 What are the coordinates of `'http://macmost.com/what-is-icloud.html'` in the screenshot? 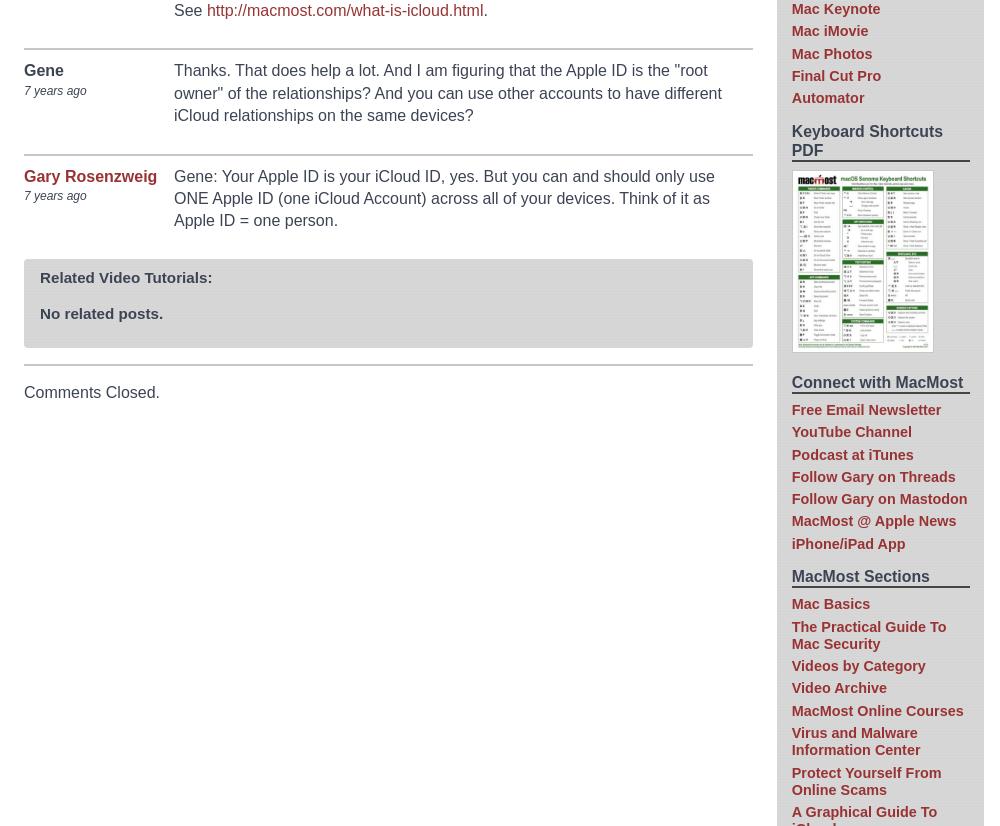 It's located at (343, 10).